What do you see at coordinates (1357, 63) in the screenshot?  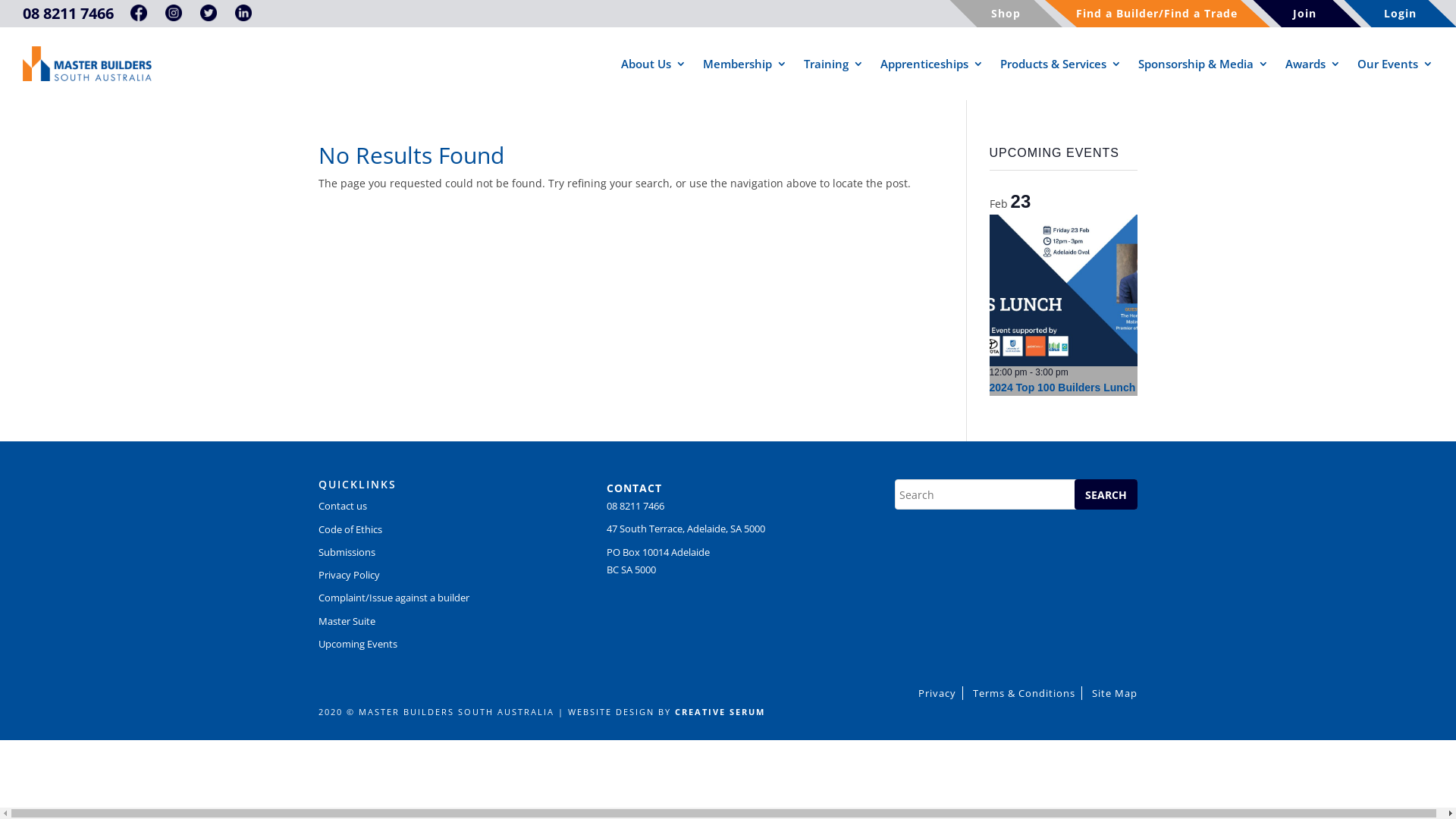 I see `'Our Events'` at bounding box center [1357, 63].